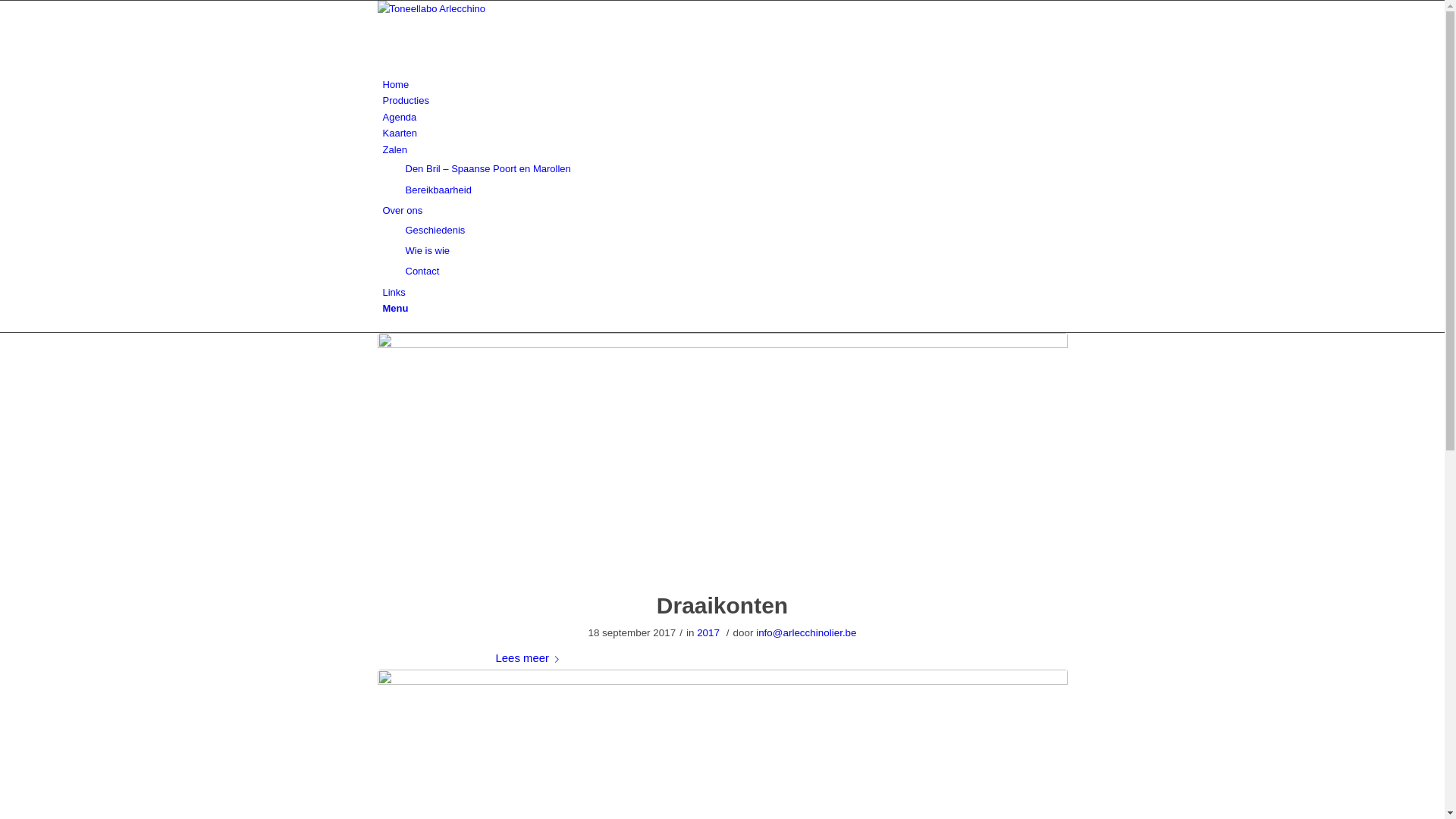  I want to click on 'Lees meer', so click(531, 657).